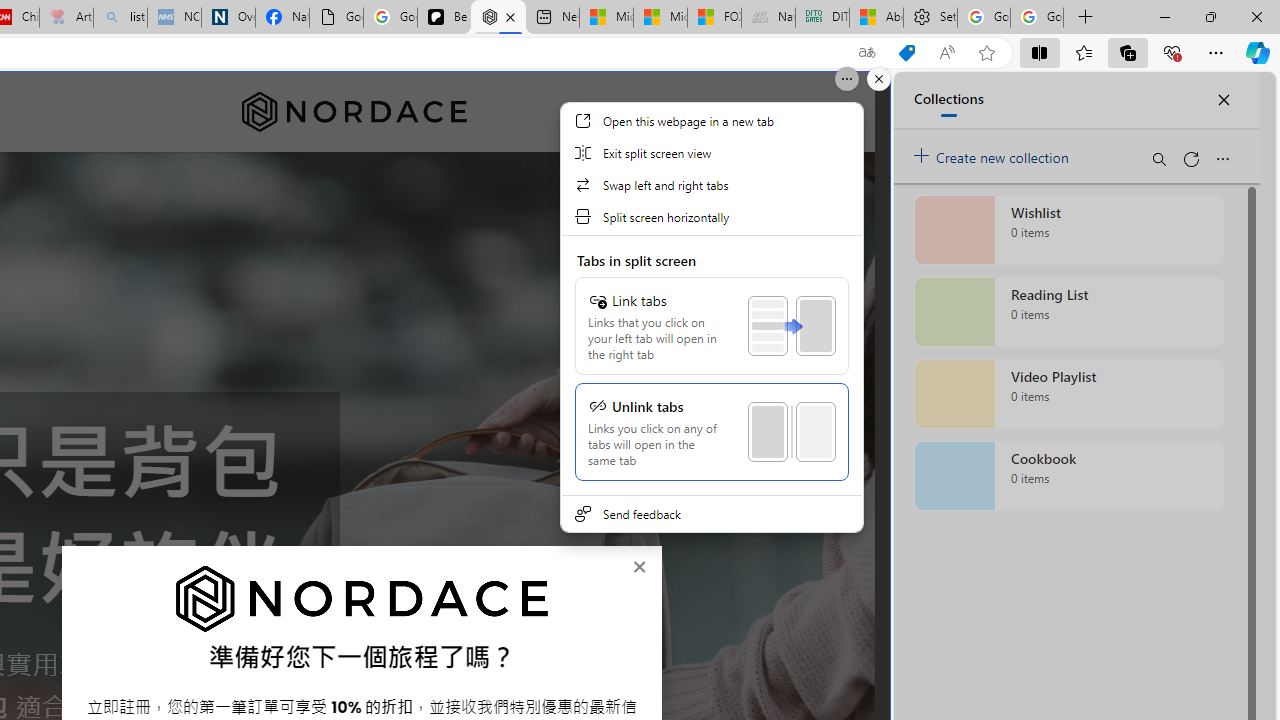 The height and width of the screenshot is (720, 1280). Describe the element at coordinates (712, 328) in the screenshot. I see `'Class: MenuScrollViewContainer'` at that location.